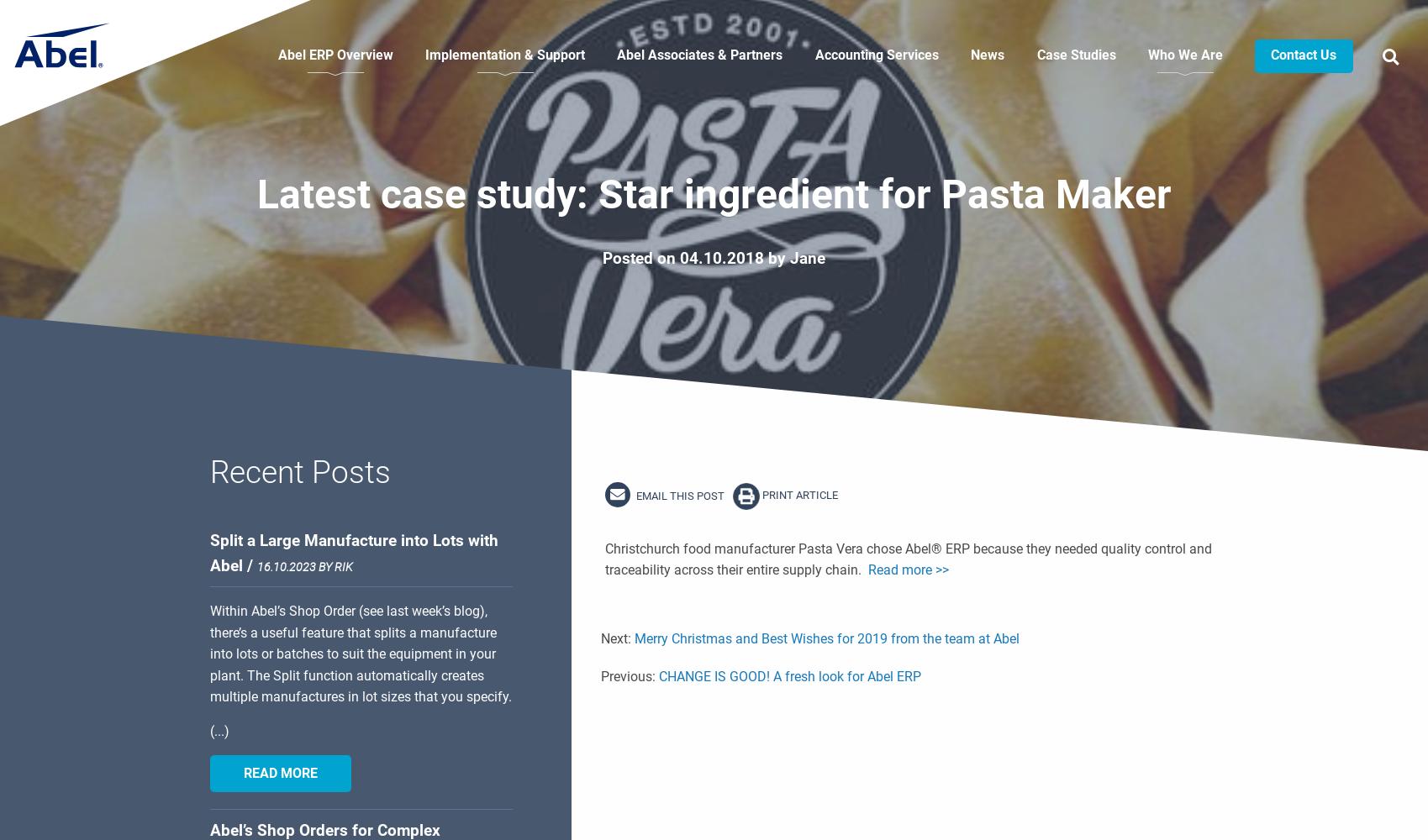 The image size is (1428, 840). I want to click on 'Case Studies', so click(1075, 54).